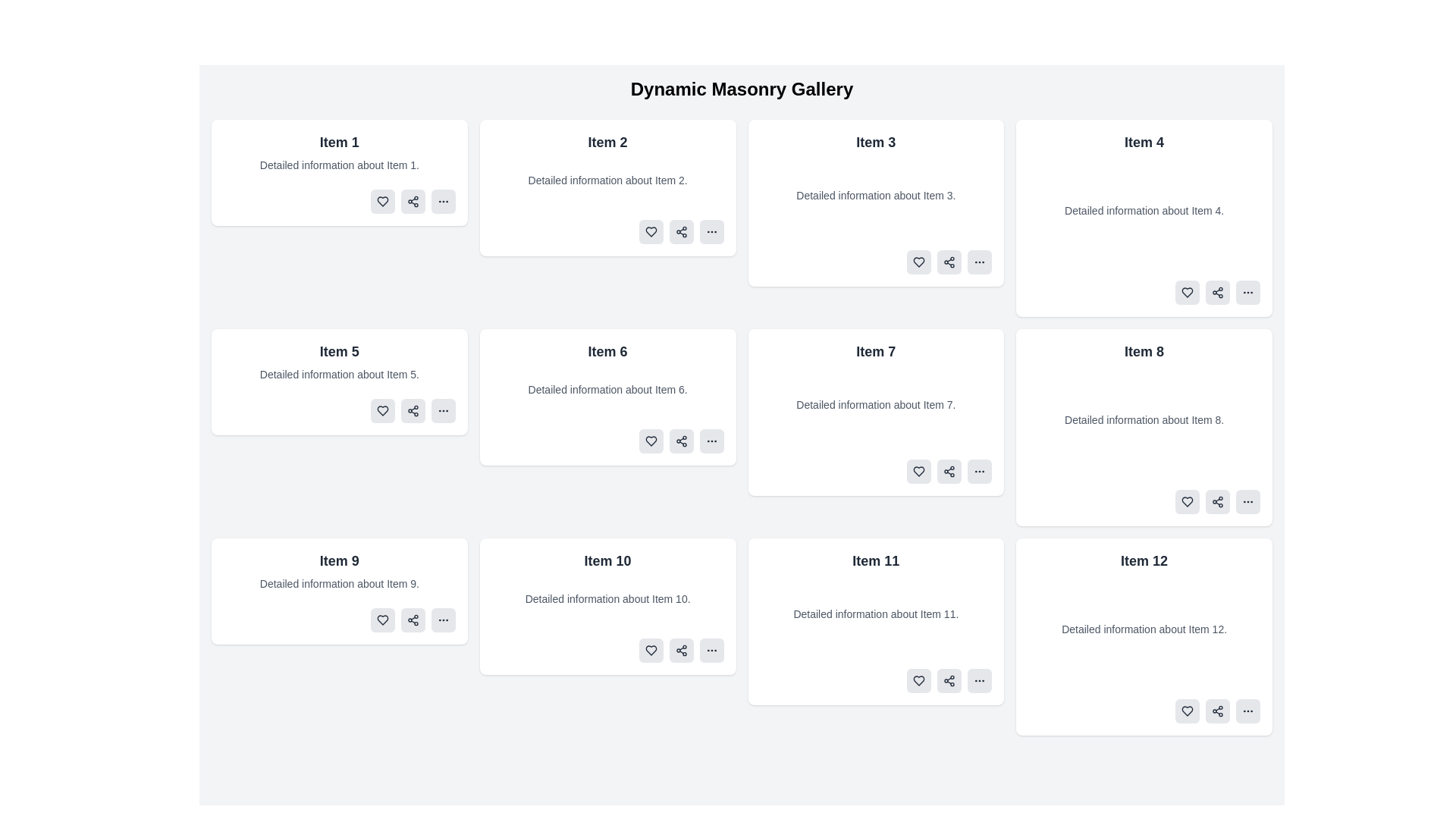  Describe the element at coordinates (1248, 711) in the screenshot. I see `the circular button with three dots at the bottom-right corner of the 'Item 12' box` at that location.